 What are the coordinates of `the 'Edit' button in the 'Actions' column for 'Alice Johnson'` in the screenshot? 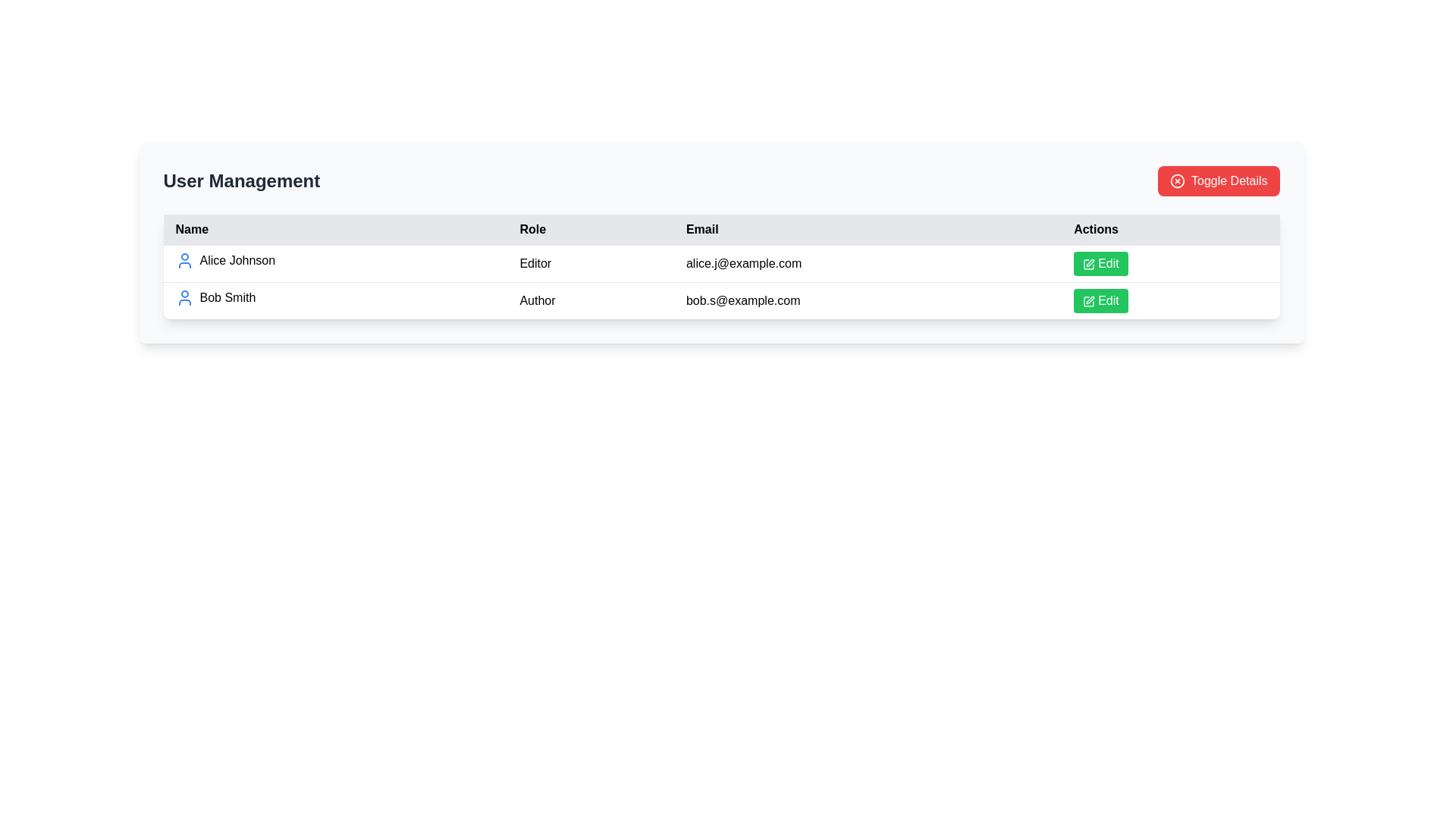 It's located at (1169, 262).